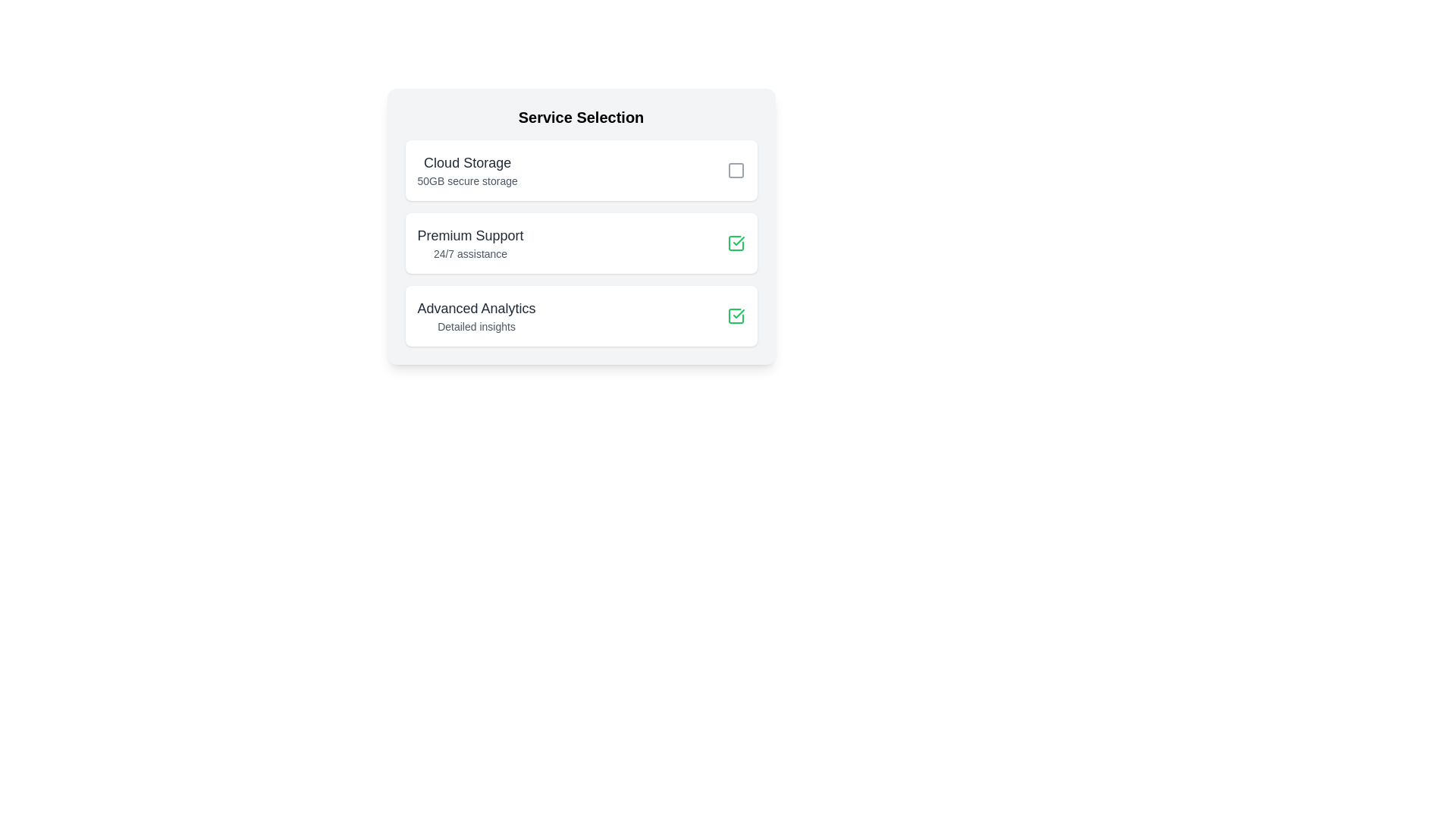 The height and width of the screenshot is (819, 1456). I want to click on the 'Cloud Storage' label, which serves as the title for the associated service option, indicating the service being referred to, so click(466, 163).